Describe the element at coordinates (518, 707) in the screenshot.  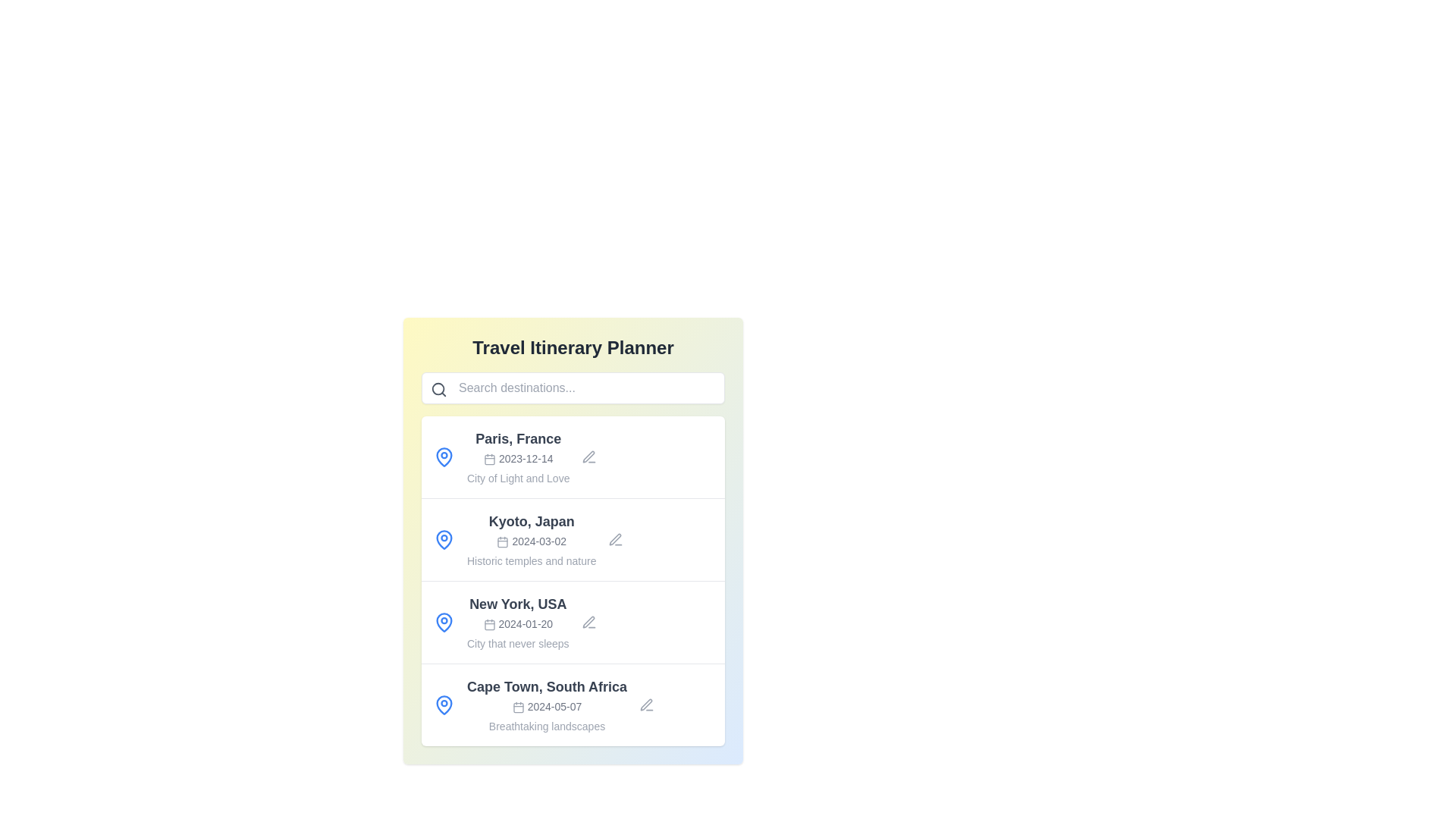
I see `the calendar icon located within the 'Cape Town, South Africa' itinerary entry, positioned to the left of the date '2024-05-07'` at that location.